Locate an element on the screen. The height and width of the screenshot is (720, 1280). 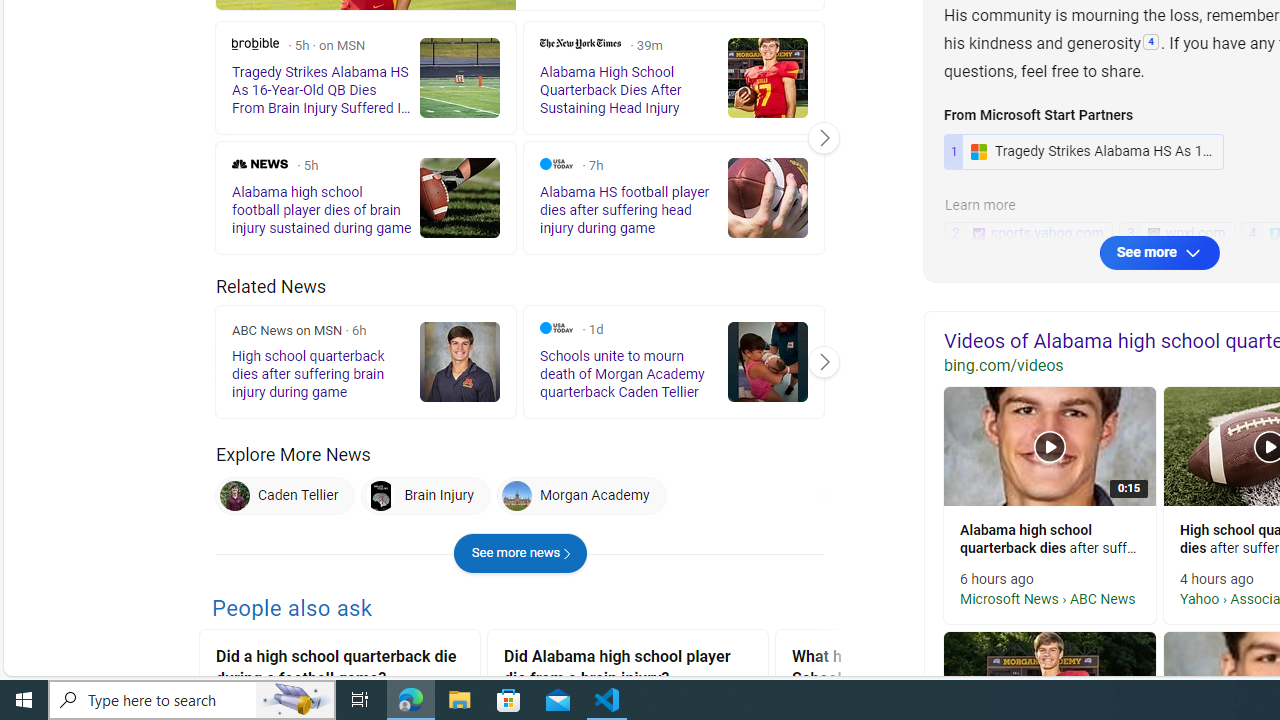
'Related News' is located at coordinates (270, 286).